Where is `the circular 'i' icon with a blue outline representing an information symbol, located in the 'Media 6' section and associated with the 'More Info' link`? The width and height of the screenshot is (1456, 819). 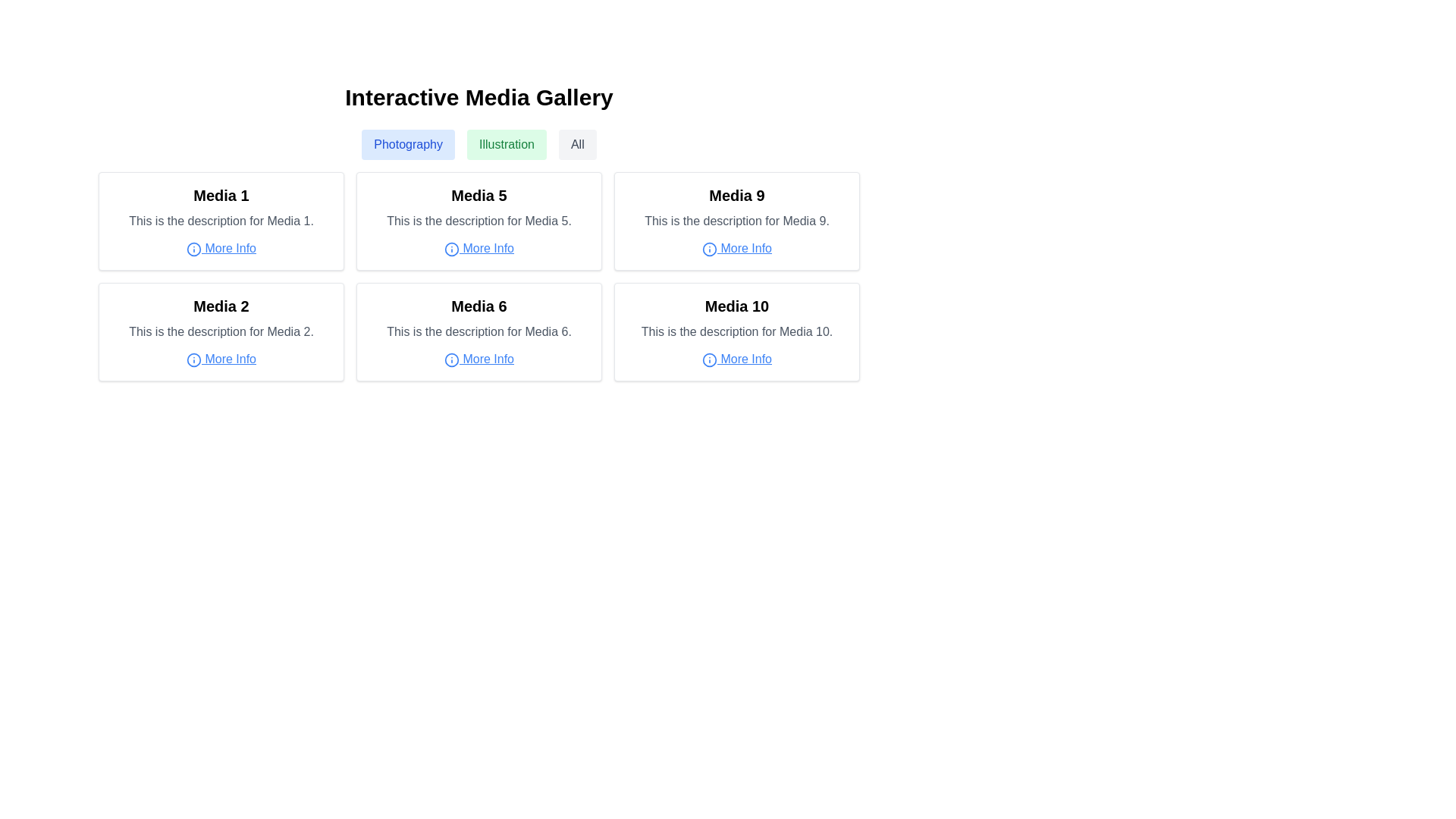
the circular 'i' icon with a blue outline representing an information symbol, located in the 'Media 6' section and associated with the 'More Info' link is located at coordinates (450, 359).